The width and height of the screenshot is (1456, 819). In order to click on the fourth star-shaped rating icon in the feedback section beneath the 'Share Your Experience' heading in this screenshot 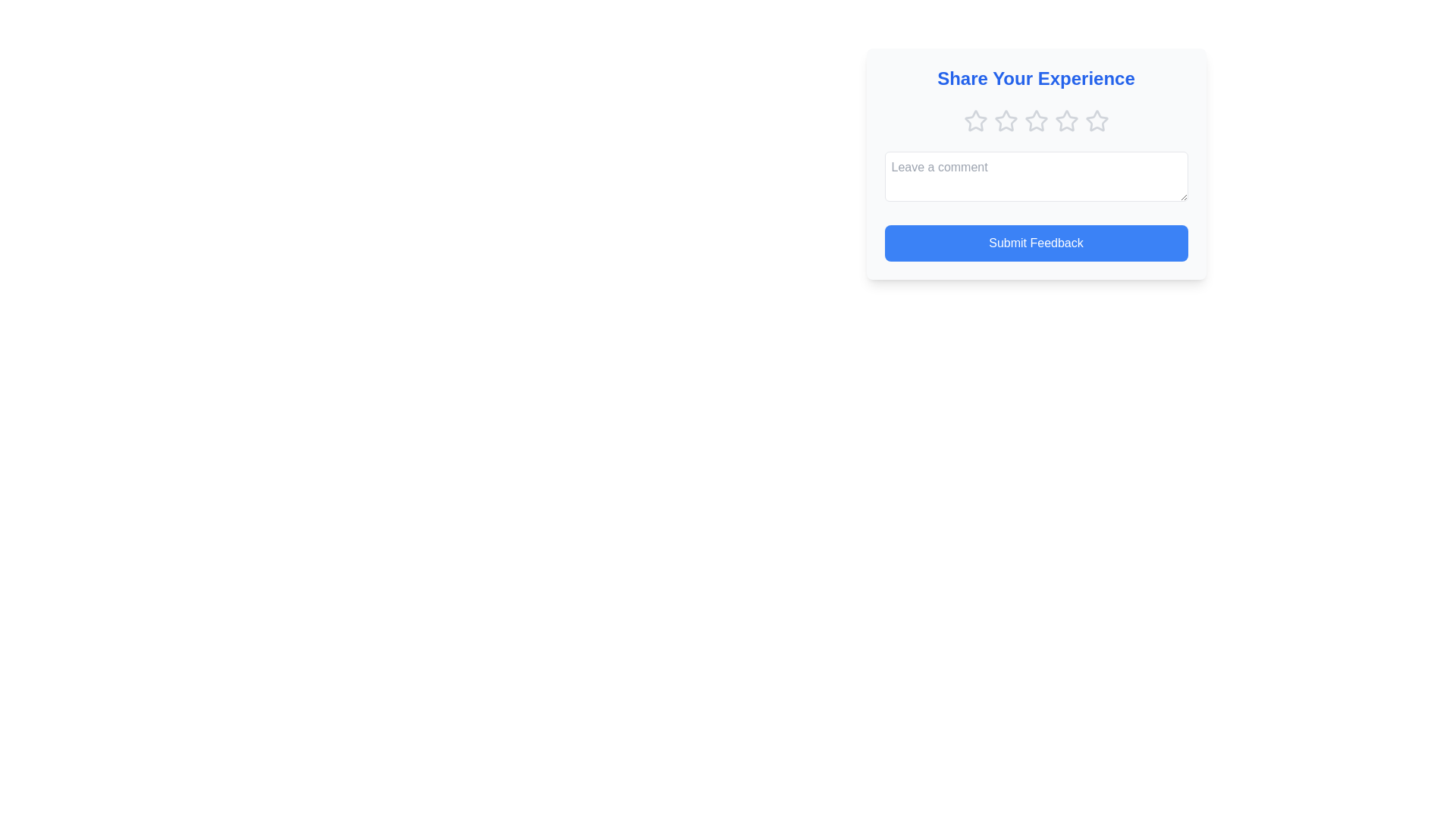, I will do `click(1035, 120)`.